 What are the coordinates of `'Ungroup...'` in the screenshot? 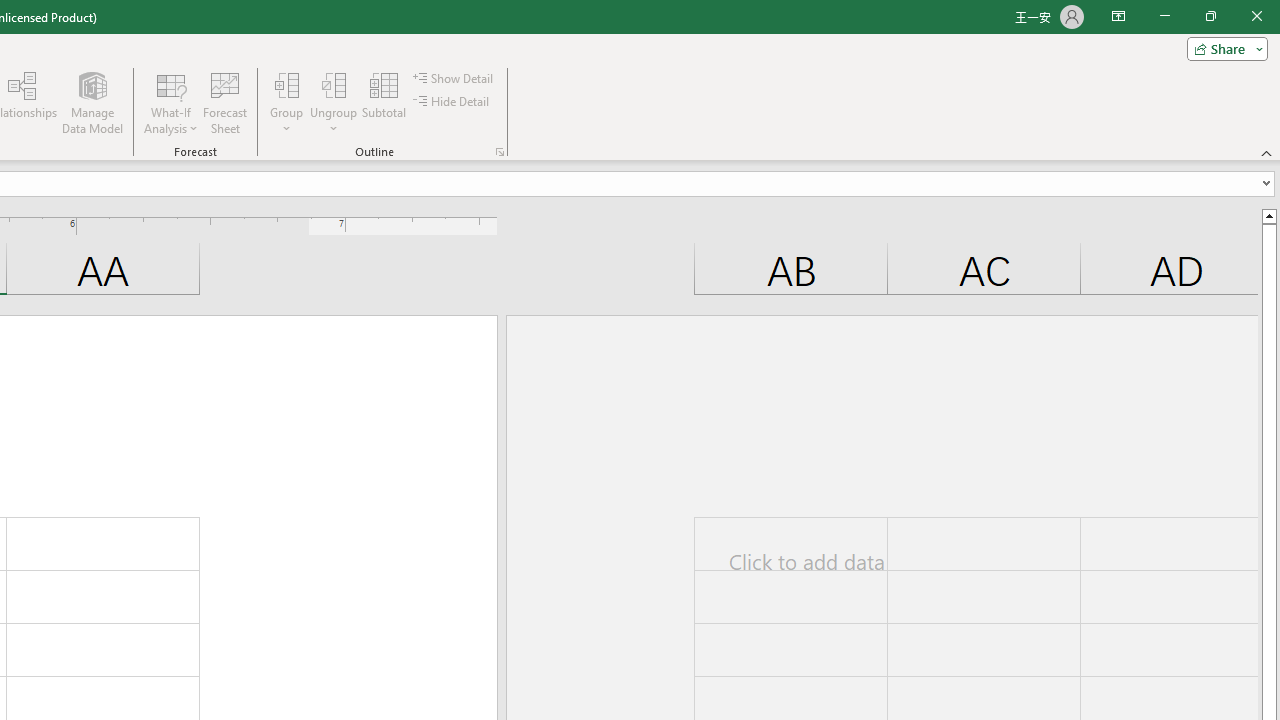 It's located at (334, 103).